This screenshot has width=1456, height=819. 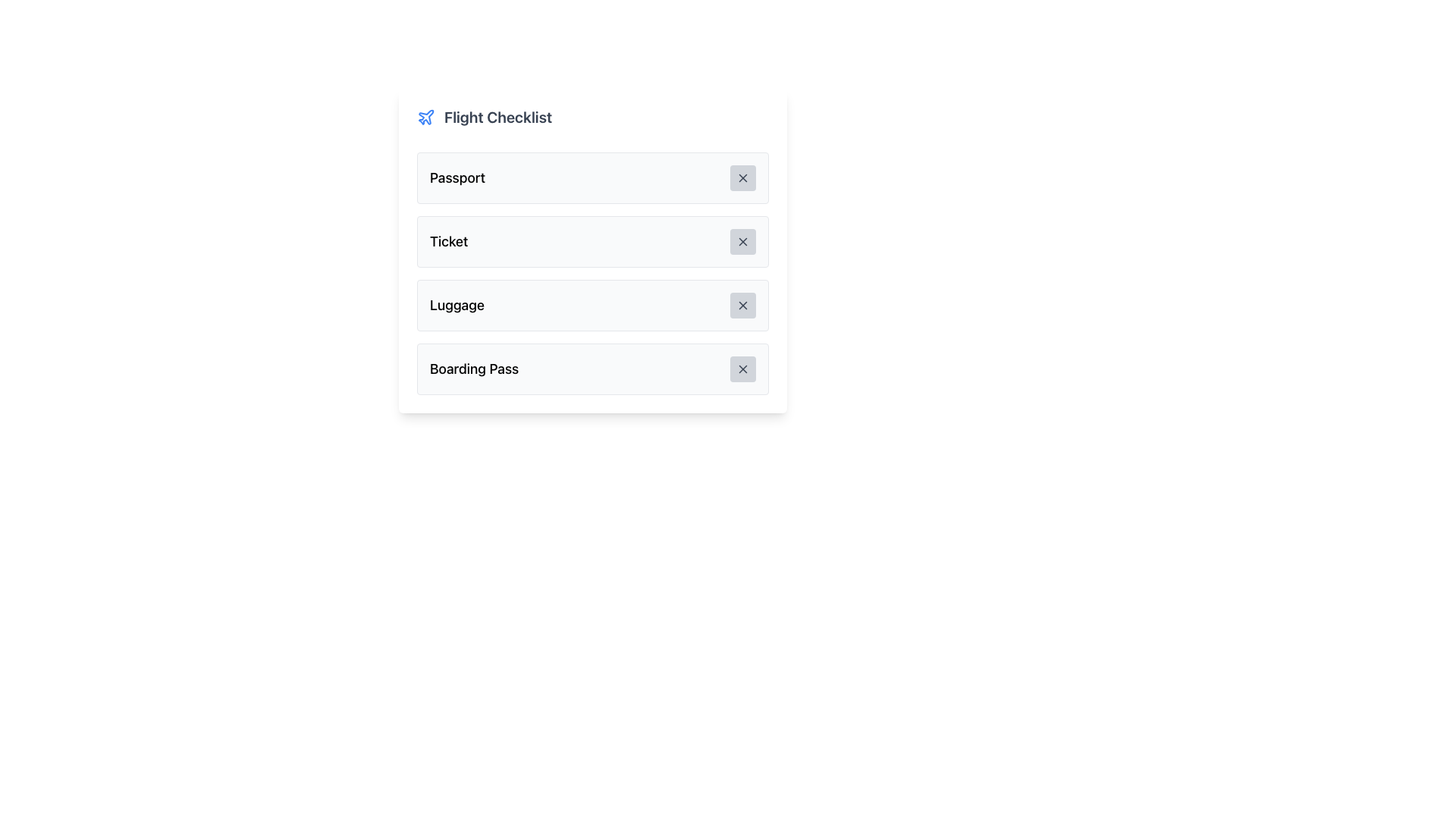 What do you see at coordinates (742, 177) in the screenshot?
I see `the cancel or delete icon located within the first item's button in the 'Flight Checklist' list, adjacent to the 'Passport' item text` at bounding box center [742, 177].